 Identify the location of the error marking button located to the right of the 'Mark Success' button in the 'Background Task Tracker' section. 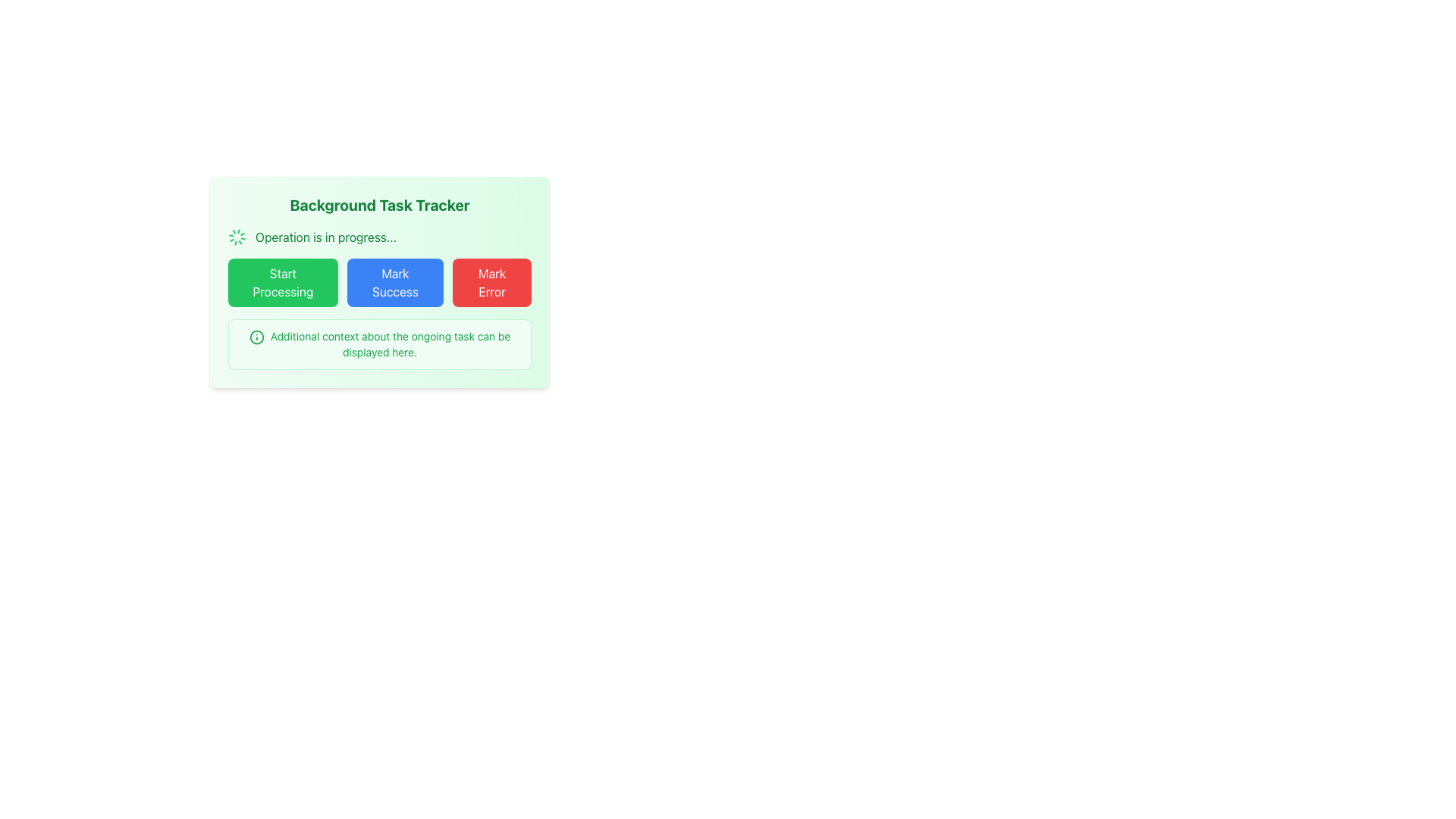
(491, 283).